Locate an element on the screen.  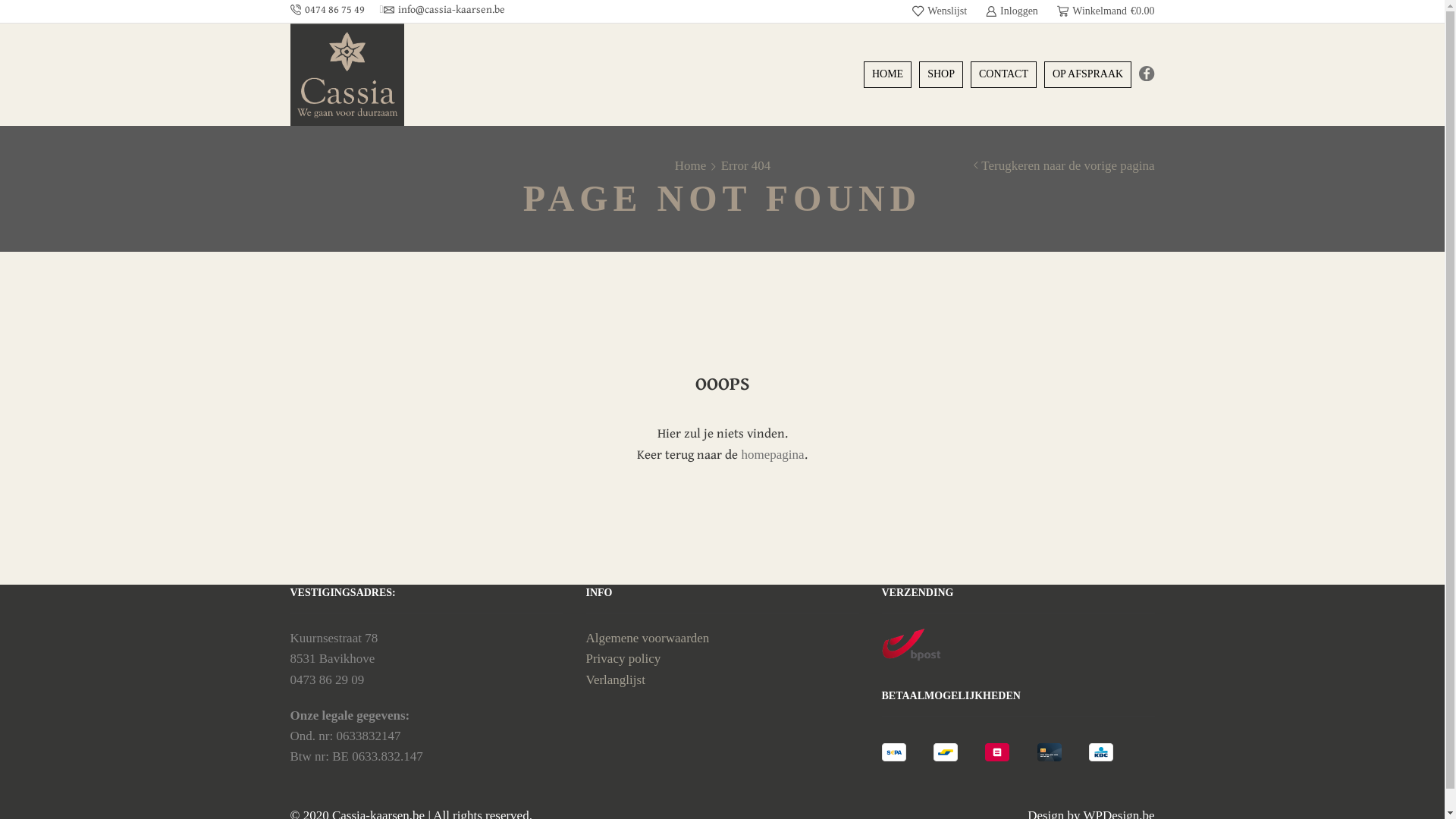
'CONTACT' is located at coordinates (1003, 74).